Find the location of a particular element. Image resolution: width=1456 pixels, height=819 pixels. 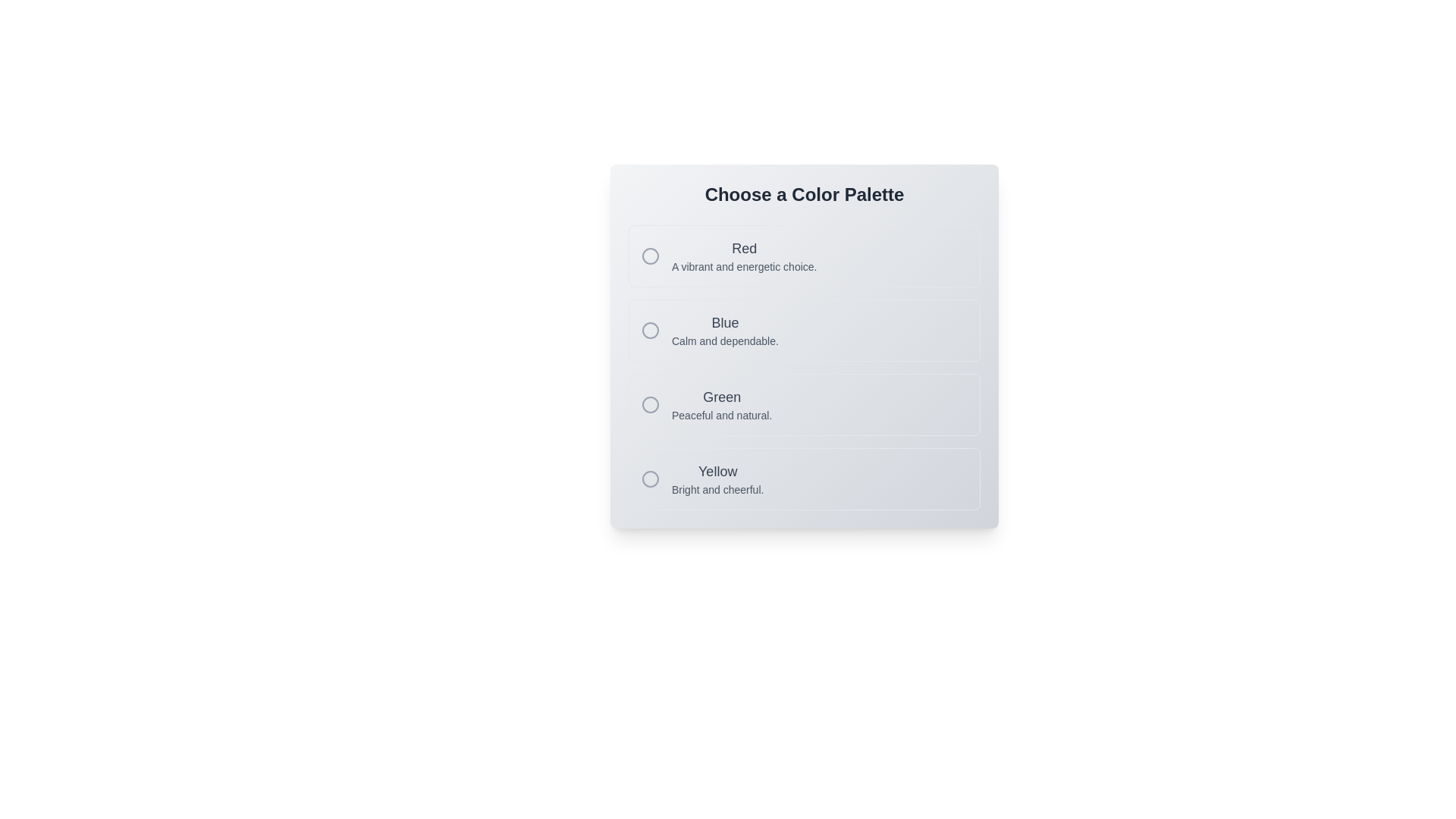

the 'Yellow' text label located under the 'Choose a Color Palette' section, which features a larger font for 'Yellow' and a smaller subtext 'Bright and cheerful.' is located at coordinates (717, 479).